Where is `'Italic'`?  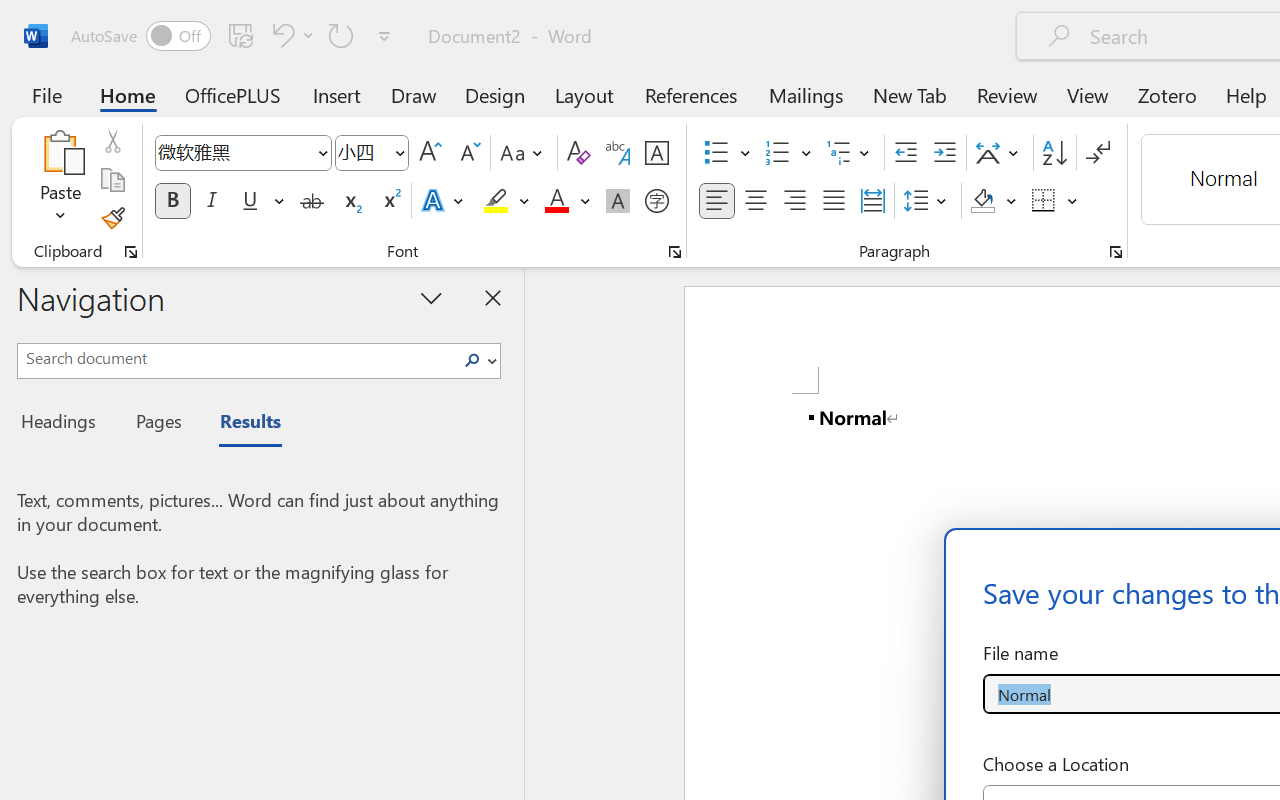 'Italic' is located at coordinates (212, 201).